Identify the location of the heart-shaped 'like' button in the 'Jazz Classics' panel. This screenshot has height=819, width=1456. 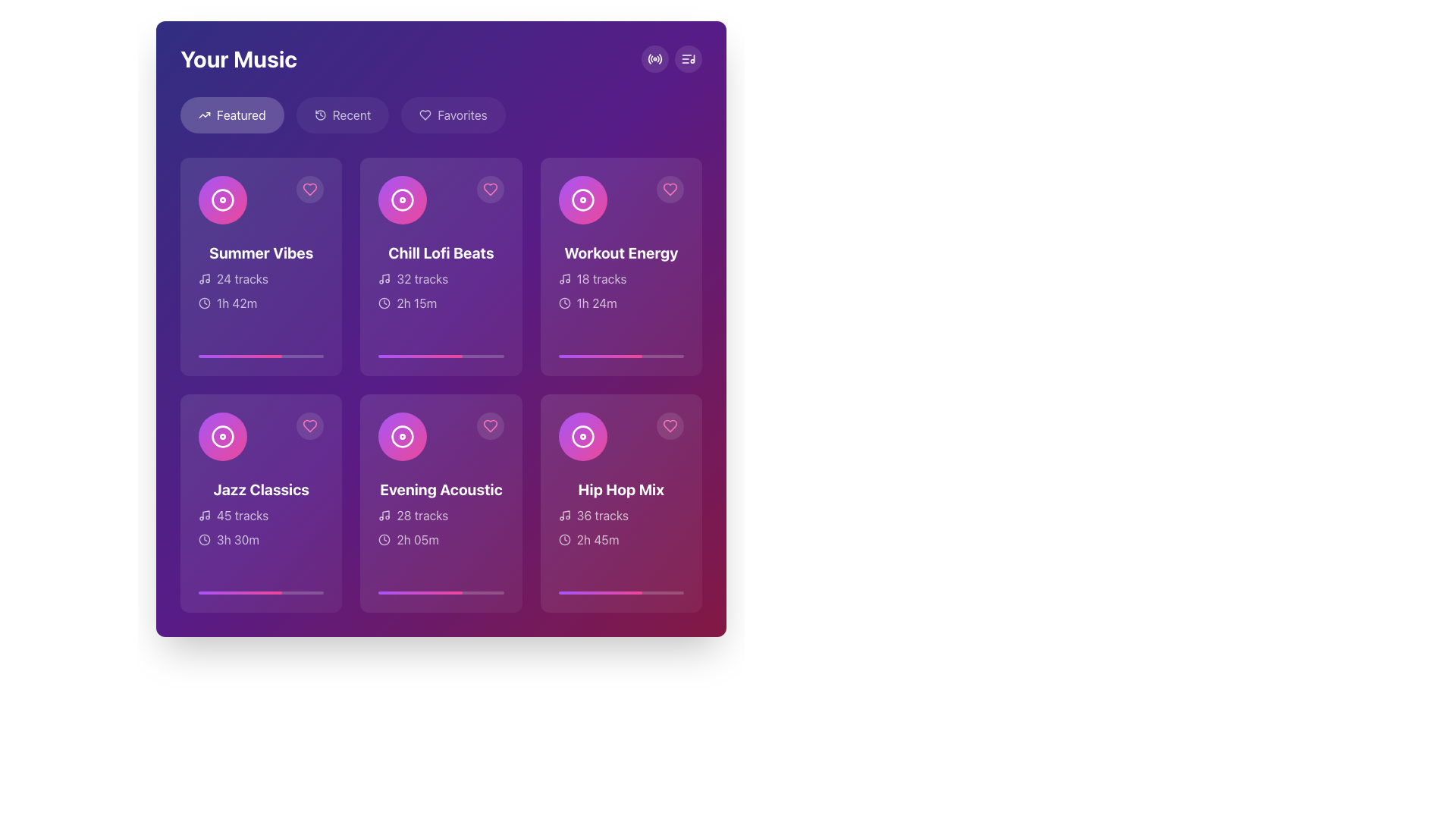
(309, 426).